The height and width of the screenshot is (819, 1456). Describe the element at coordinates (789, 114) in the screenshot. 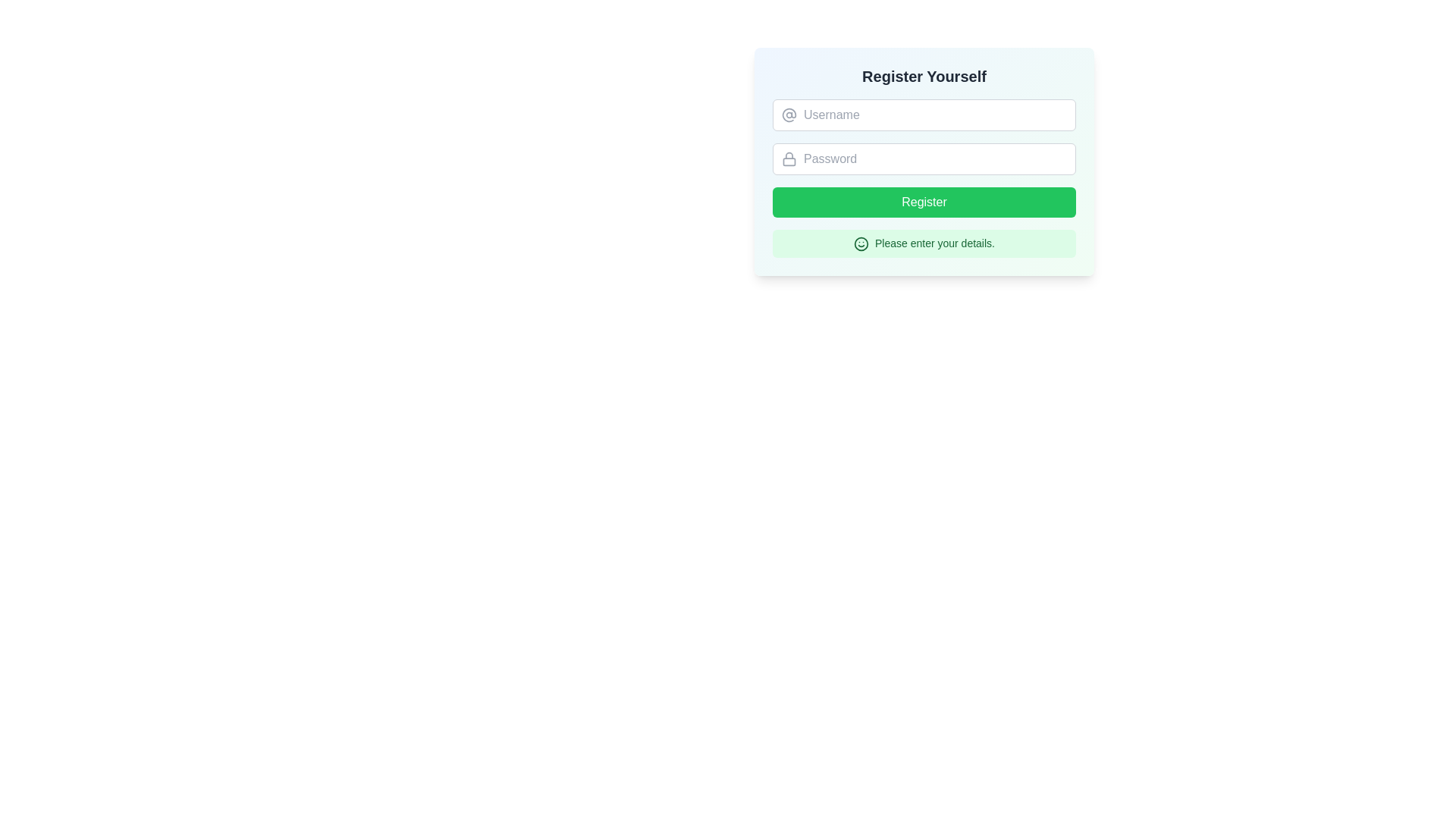

I see `the '@' sign icon located on the left side of the 'Username' input field to indicate that it is meant for entering a username or email-like identifier` at that location.